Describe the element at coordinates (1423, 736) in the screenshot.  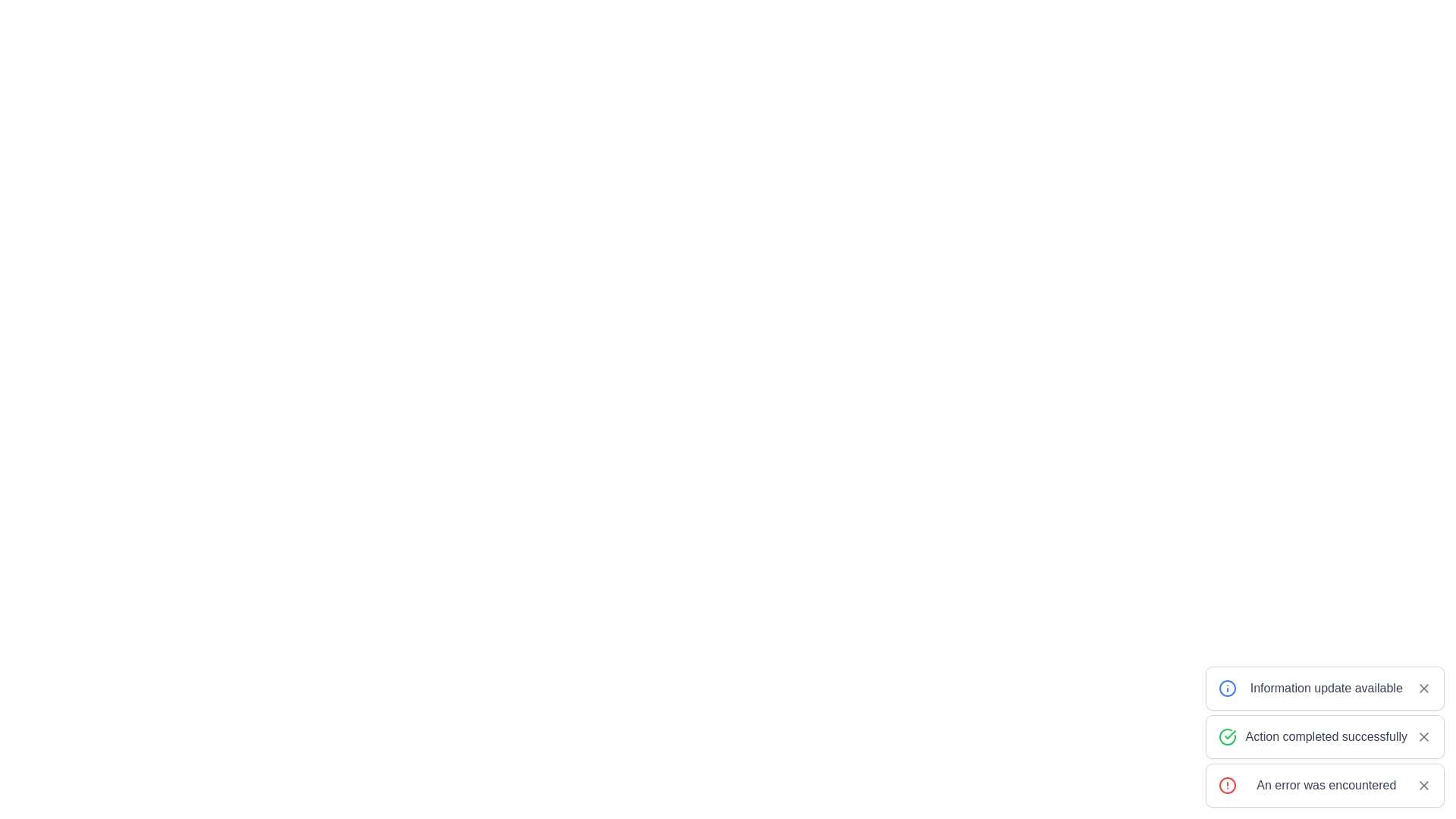
I see `the small 'X' icon` at that location.